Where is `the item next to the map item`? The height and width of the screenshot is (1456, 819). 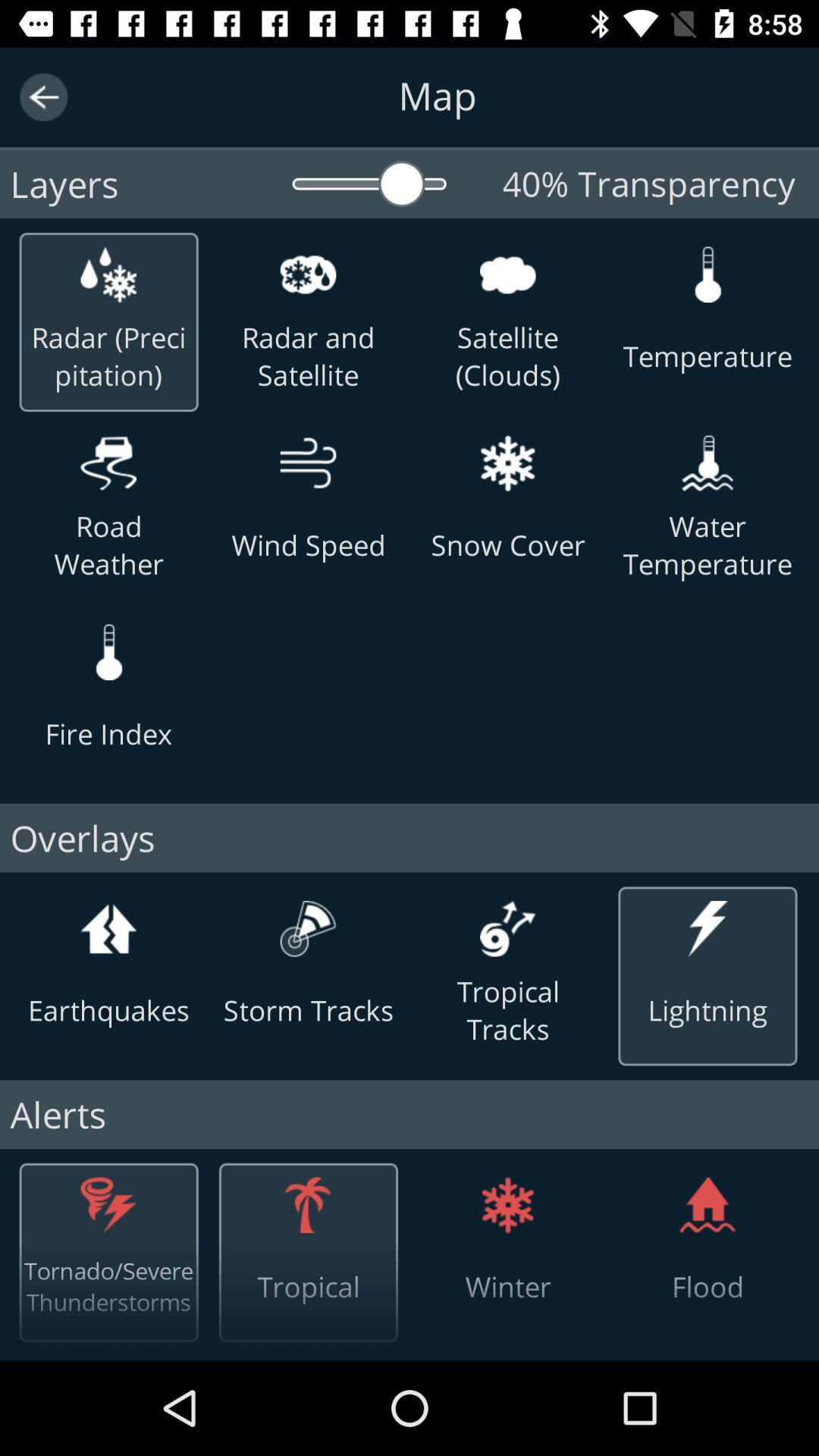
the item next to the map item is located at coordinates (42, 96).